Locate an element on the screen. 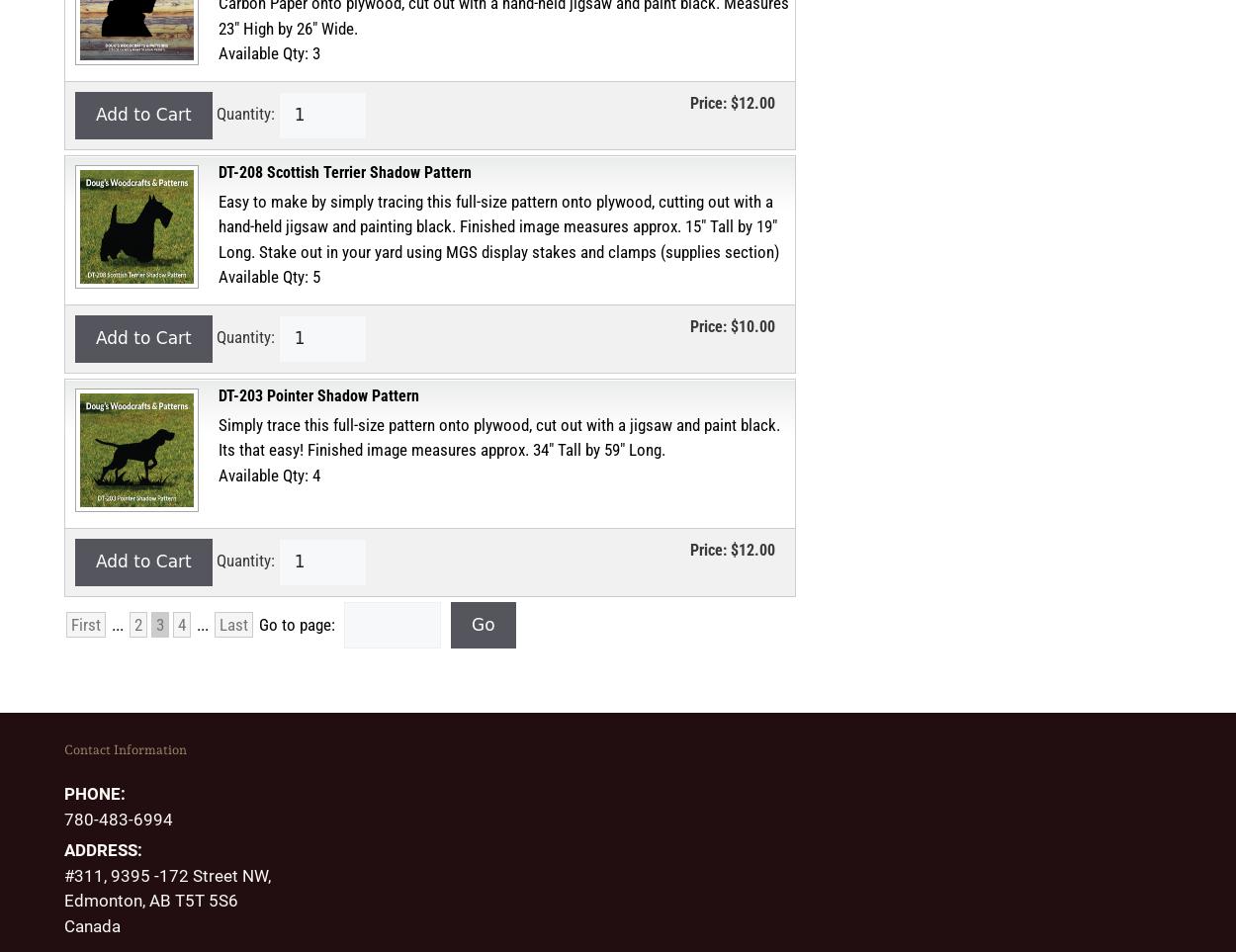 The height and width of the screenshot is (952, 1236). 'Edmonton, AB T5T 5S6' is located at coordinates (151, 899).